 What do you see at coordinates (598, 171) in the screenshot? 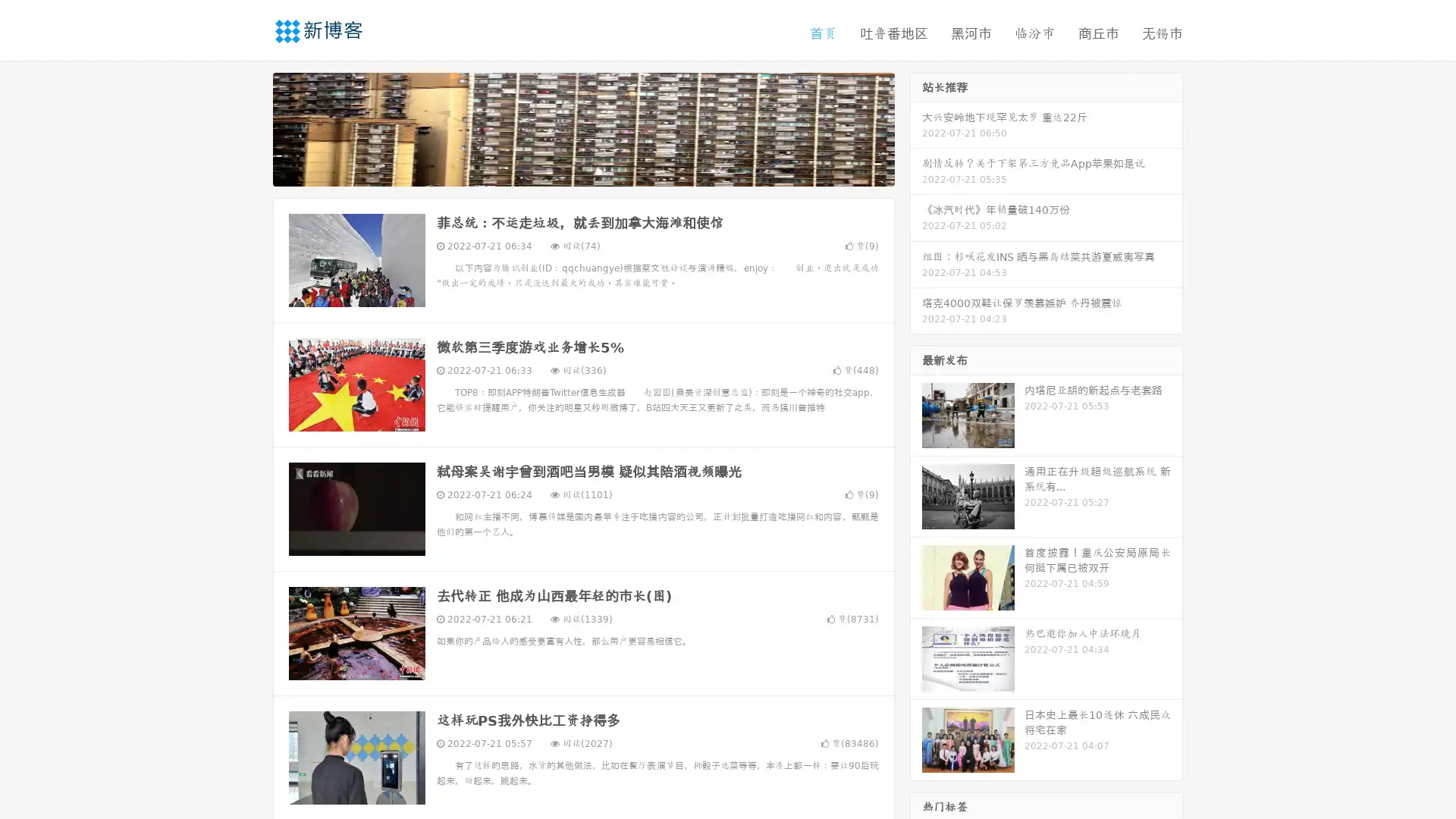
I see `Go to slide 3` at bounding box center [598, 171].